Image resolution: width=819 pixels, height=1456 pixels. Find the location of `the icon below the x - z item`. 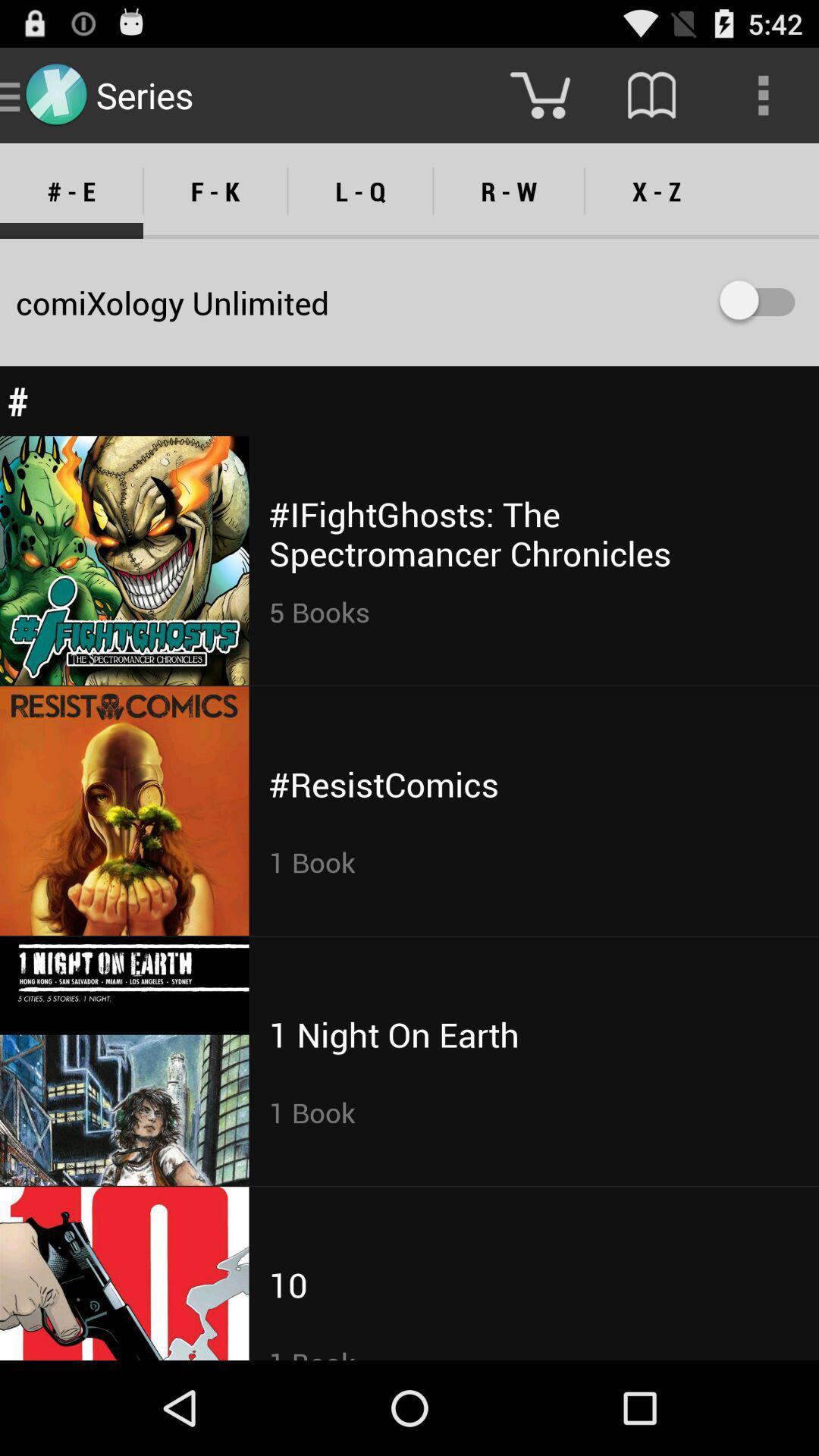

the icon below the x - z item is located at coordinates (759, 302).